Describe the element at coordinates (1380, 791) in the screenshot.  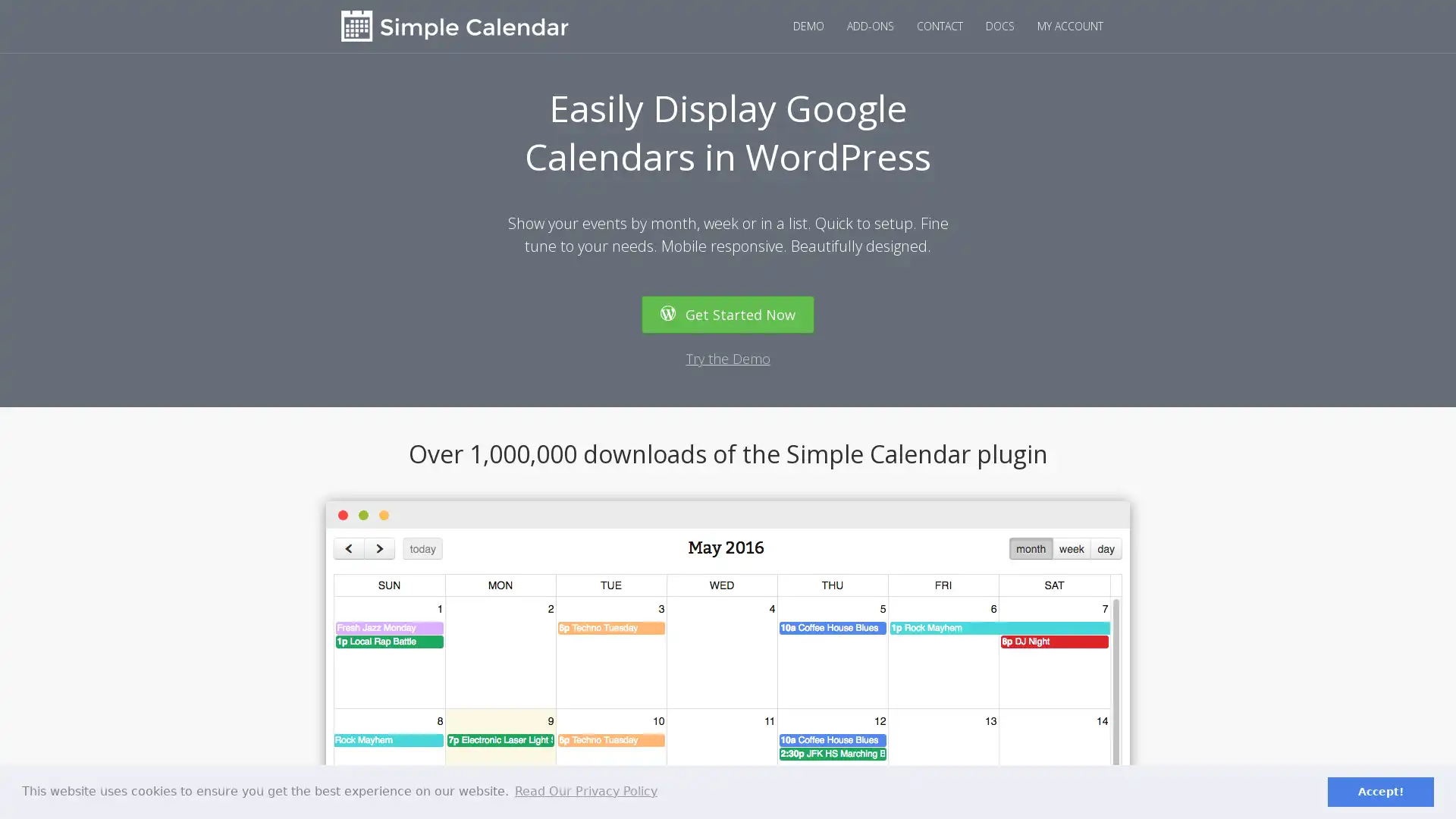
I see `dismiss cookie message` at that location.